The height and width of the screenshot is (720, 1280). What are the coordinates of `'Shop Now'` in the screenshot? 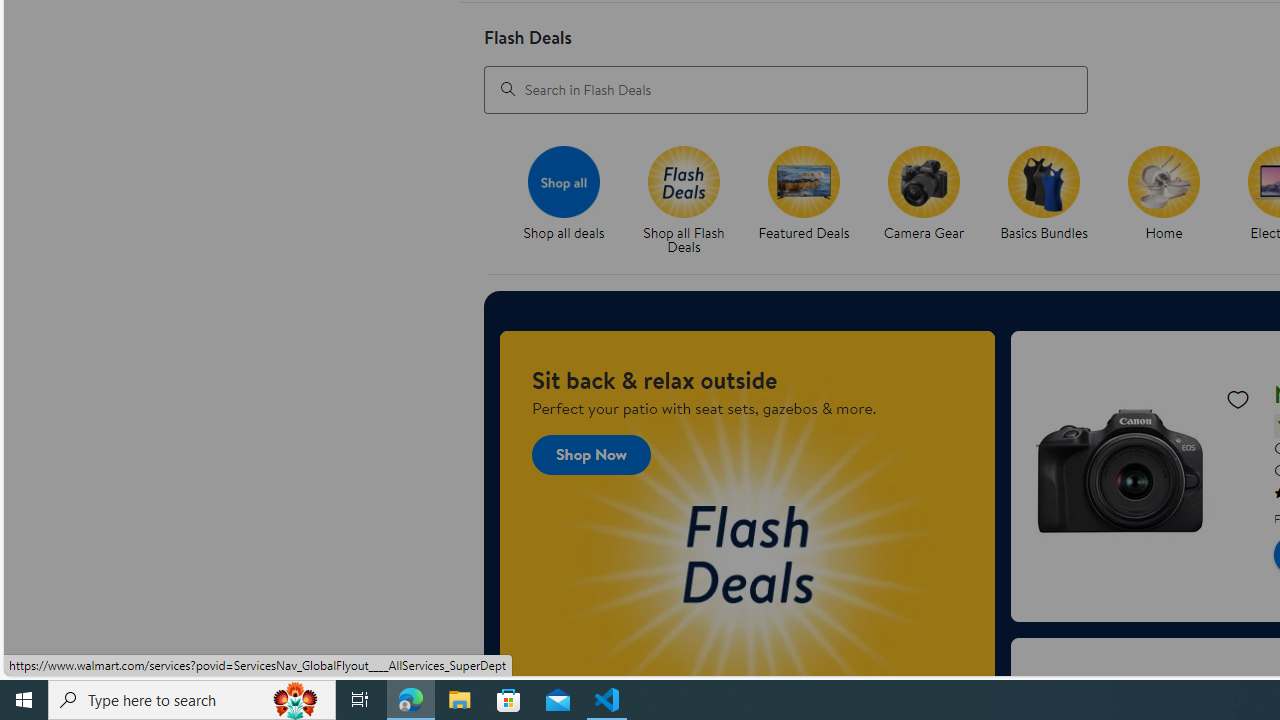 It's located at (591, 454).